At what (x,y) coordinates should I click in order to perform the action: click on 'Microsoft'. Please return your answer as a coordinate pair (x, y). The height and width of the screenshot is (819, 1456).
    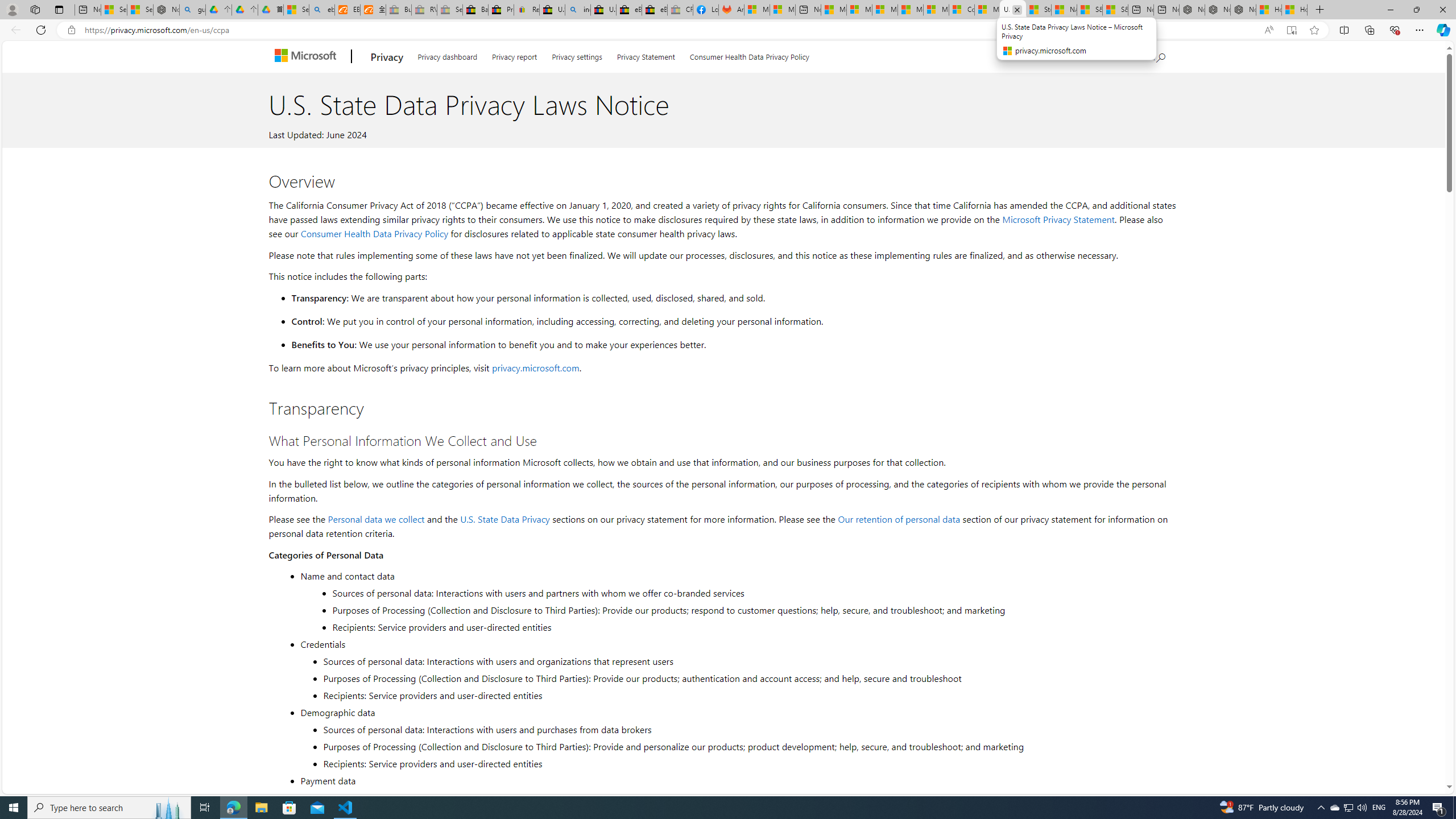
    Looking at the image, I should click on (307, 56).